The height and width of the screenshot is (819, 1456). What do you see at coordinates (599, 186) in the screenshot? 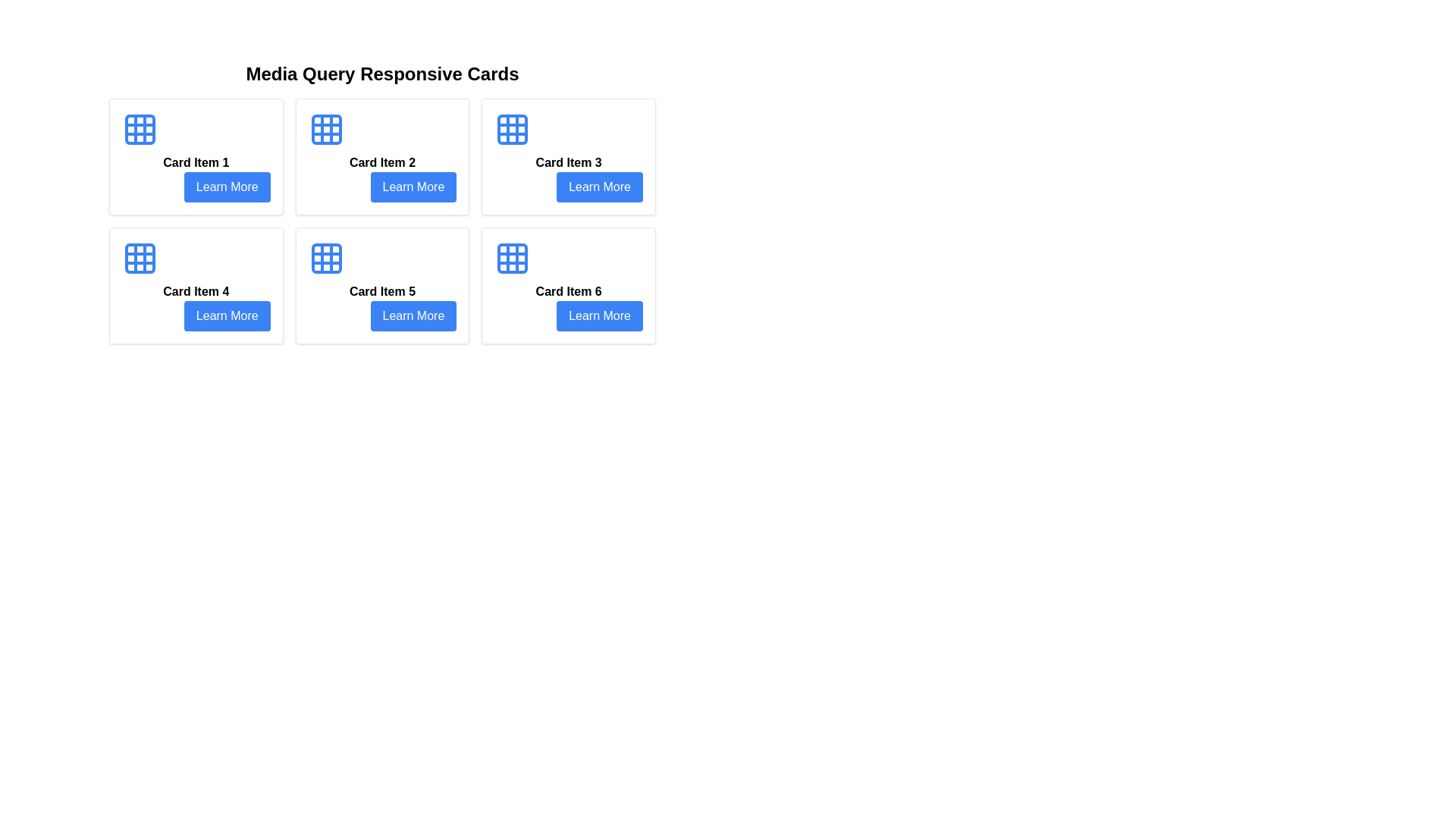
I see `the button located at the bottom right of 'Card Item 3'` at bounding box center [599, 186].